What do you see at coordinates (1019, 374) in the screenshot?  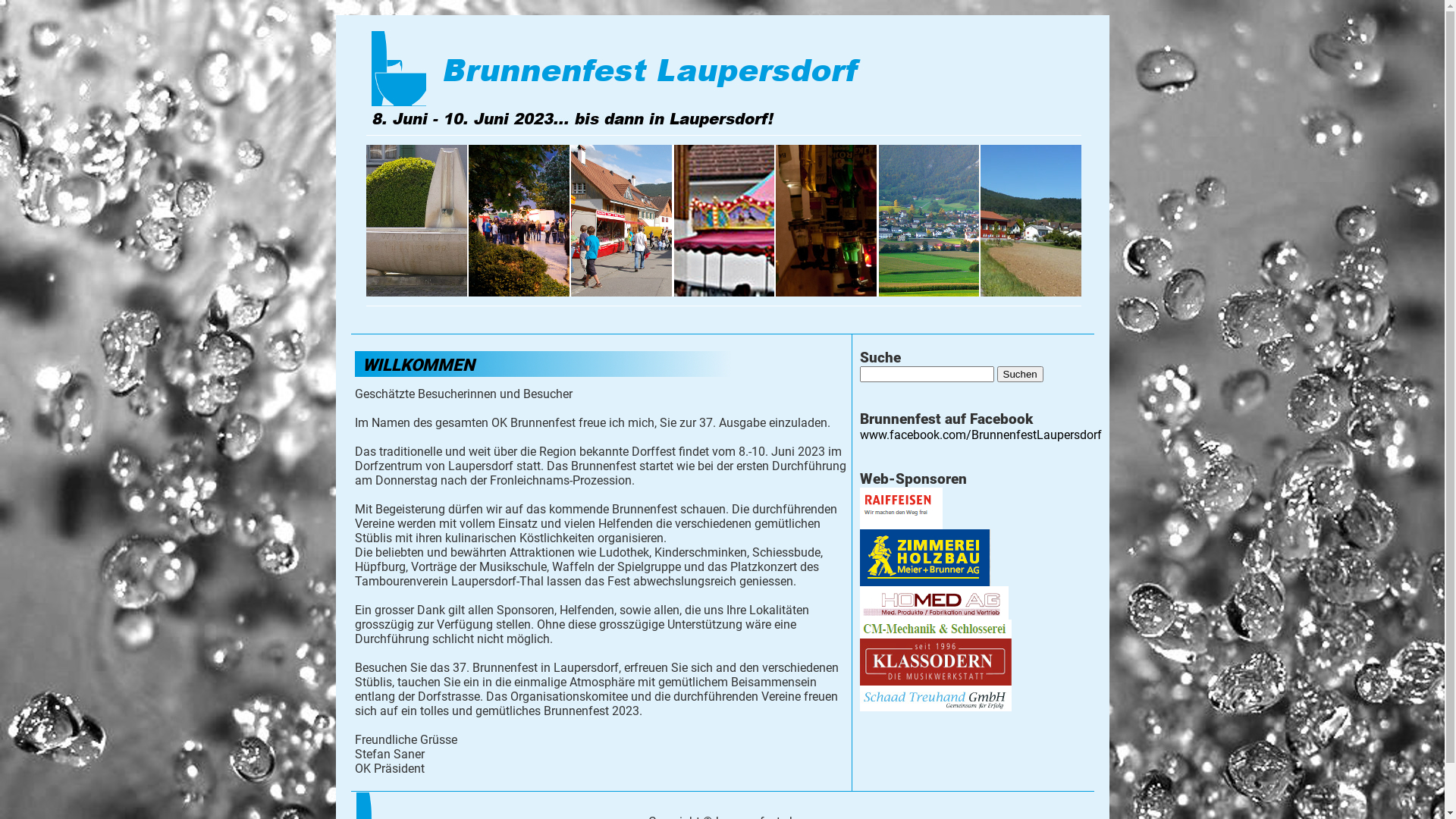 I see `'Suchen'` at bounding box center [1019, 374].